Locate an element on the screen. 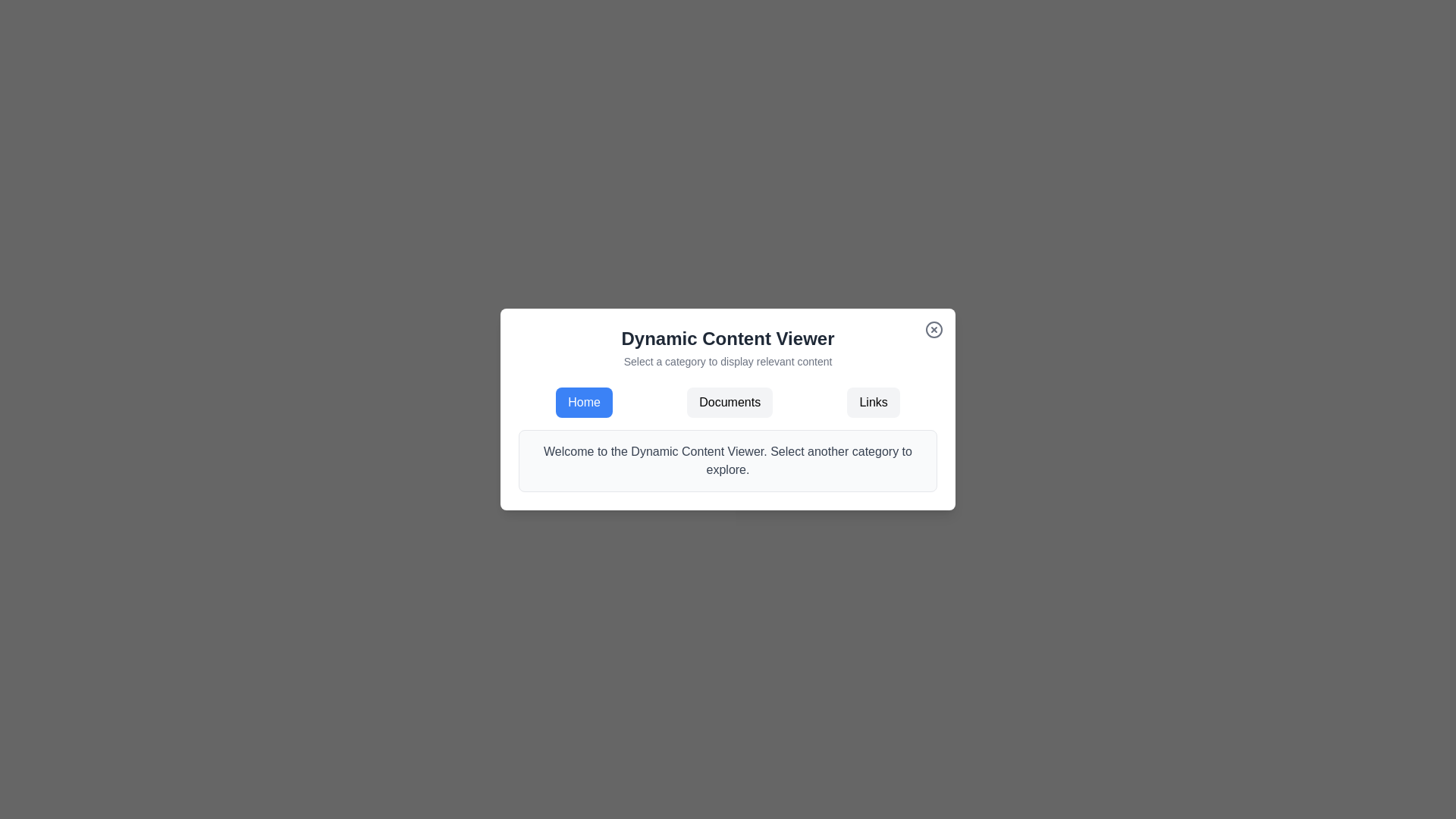 This screenshot has width=1456, height=819. the 'Documents' button, which is a text button with a rounded rectangular shape and changes color upon hover is located at coordinates (728, 409).